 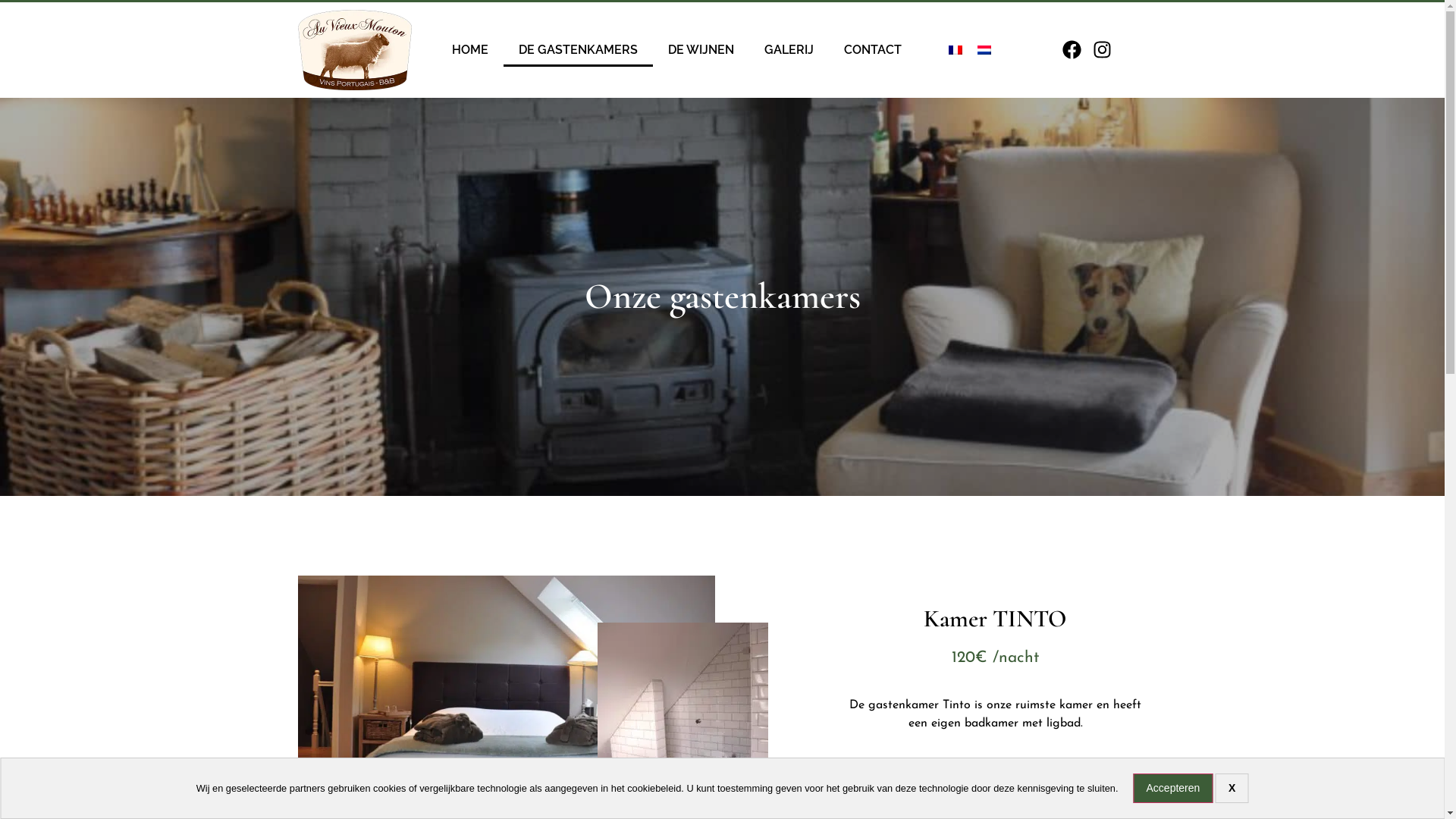 What do you see at coordinates (1172, 787) in the screenshot?
I see `'Accepteren'` at bounding box center [1172, 787].